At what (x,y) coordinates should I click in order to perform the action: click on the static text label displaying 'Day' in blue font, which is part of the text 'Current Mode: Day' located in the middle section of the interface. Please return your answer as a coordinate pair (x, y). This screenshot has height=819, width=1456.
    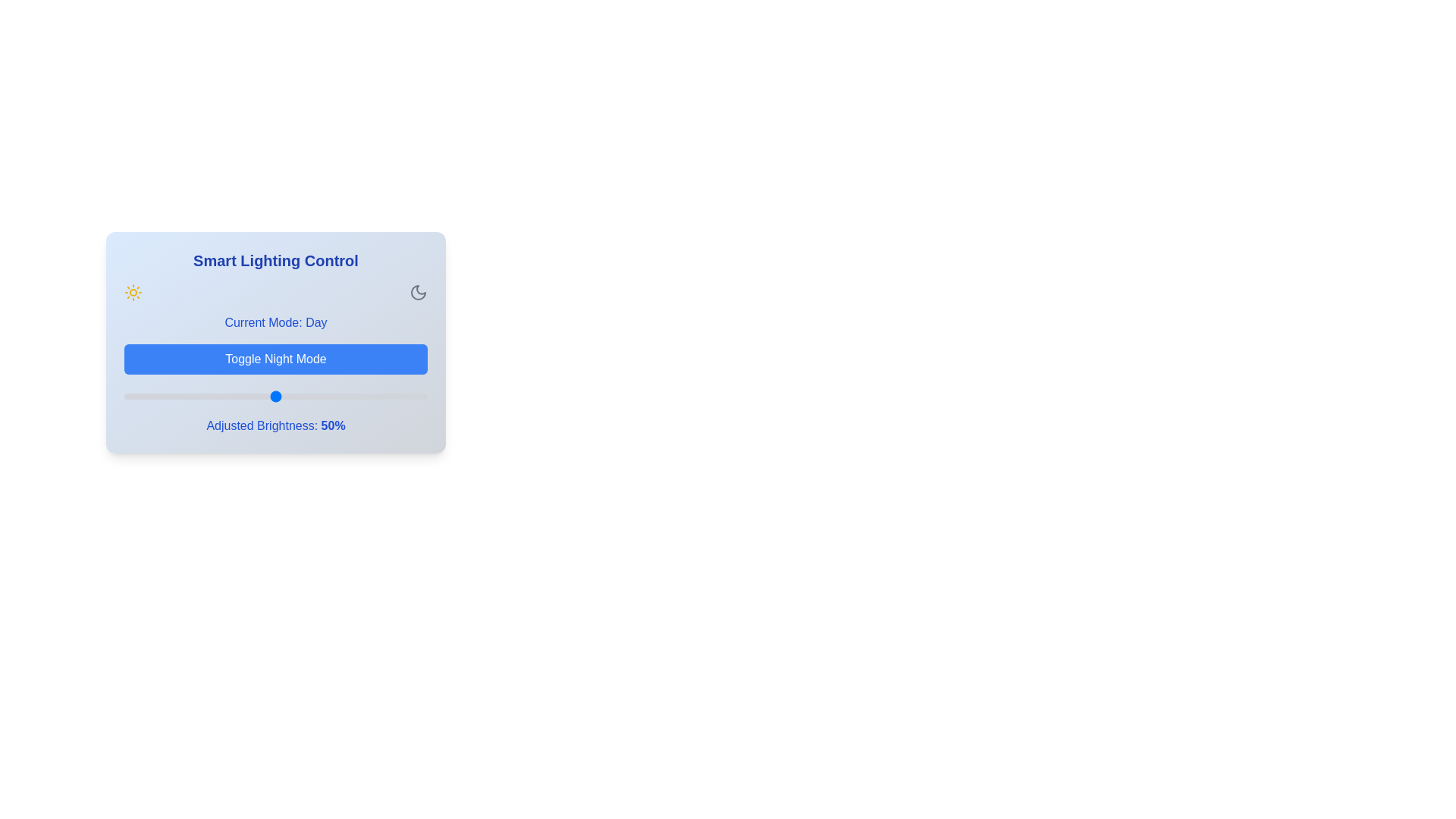
    Looking at the image, I should click on (315, 322).